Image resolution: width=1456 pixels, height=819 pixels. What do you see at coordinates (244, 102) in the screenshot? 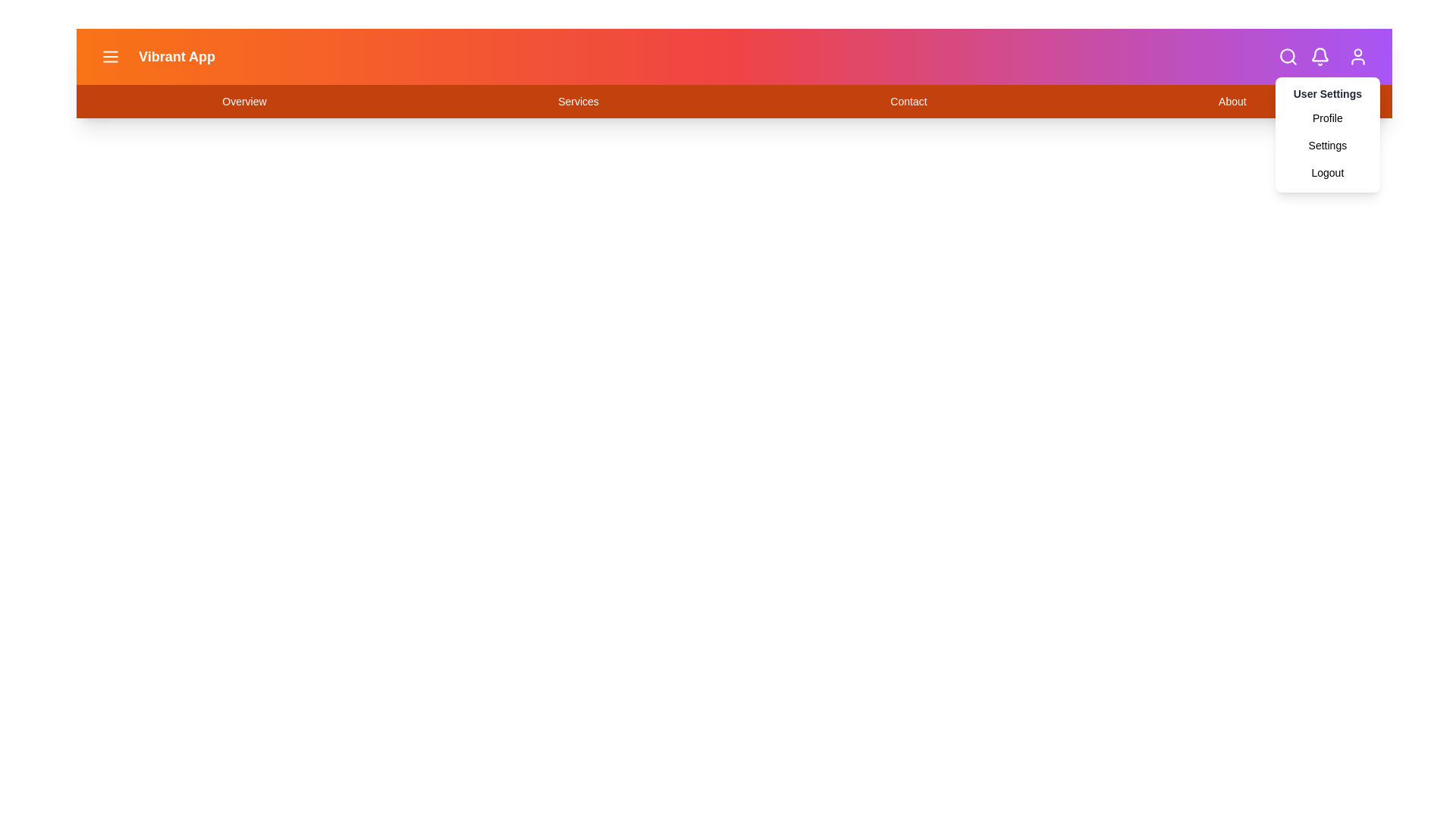
I see `the navigation link labeled Overview` at bounding box center [244, 102].